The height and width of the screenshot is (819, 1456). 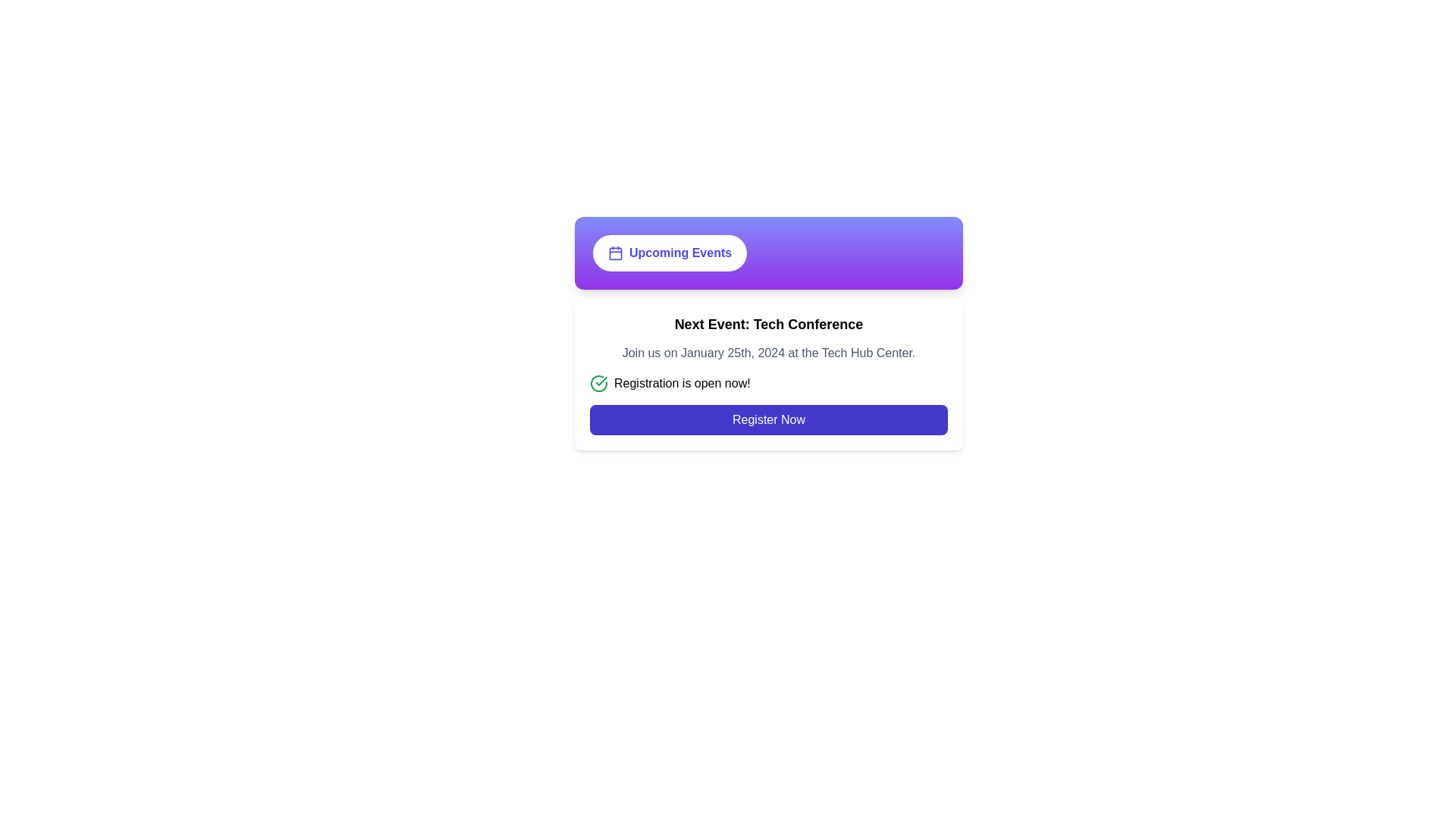 What do you see at coordinates (768, 353) in the screenshot?
I see `the informative text element that displays details about the upcoming event, located within the middle section of a white card beneath the title 'Next Event: Tech Conference'` at bounding box center [768, 353].